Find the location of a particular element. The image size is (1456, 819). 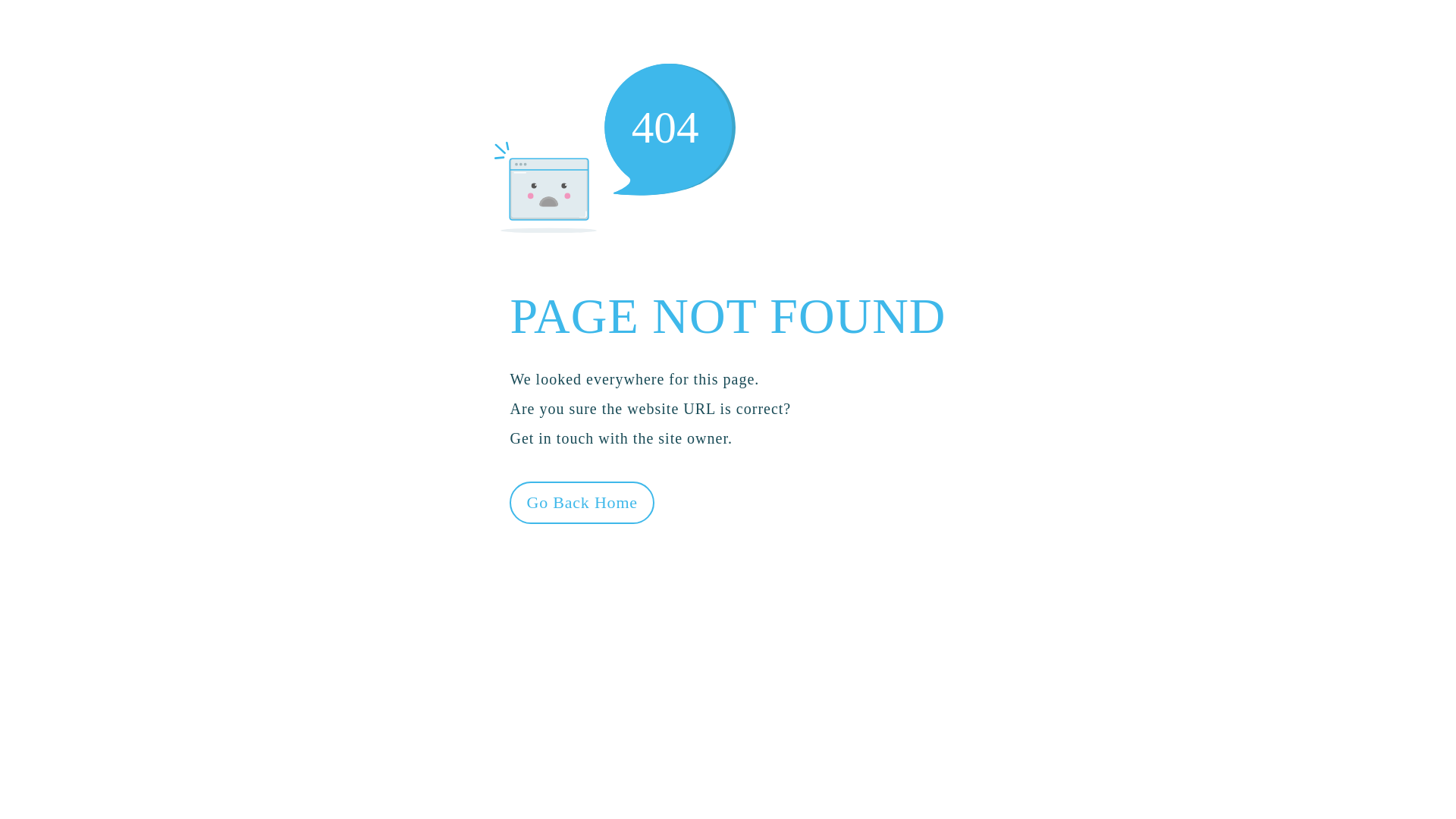

'Go Back Home' is located at coordinates (581, 503).